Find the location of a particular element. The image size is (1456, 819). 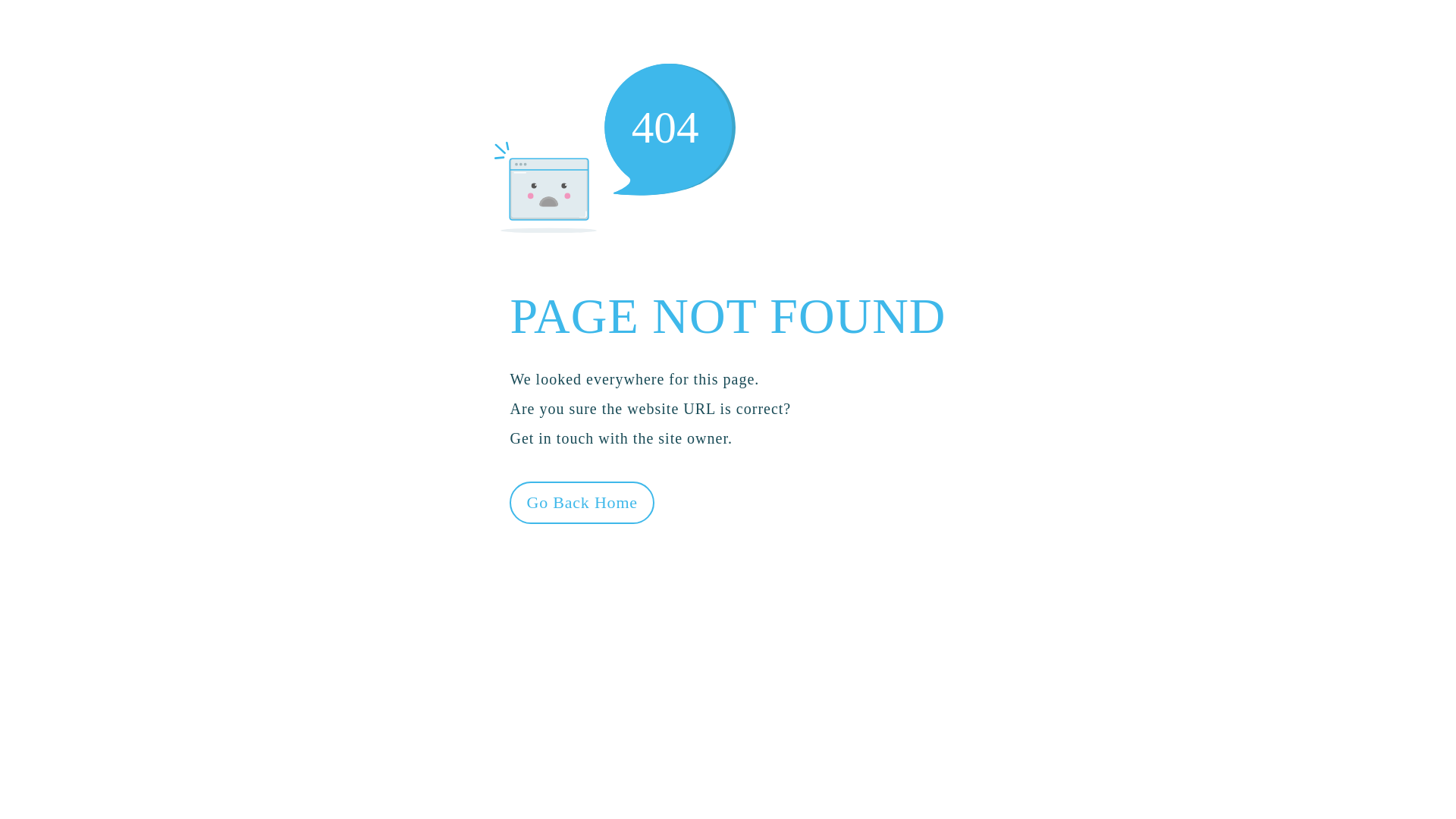

'Go Back Home' is located at coordinates (581, 503).